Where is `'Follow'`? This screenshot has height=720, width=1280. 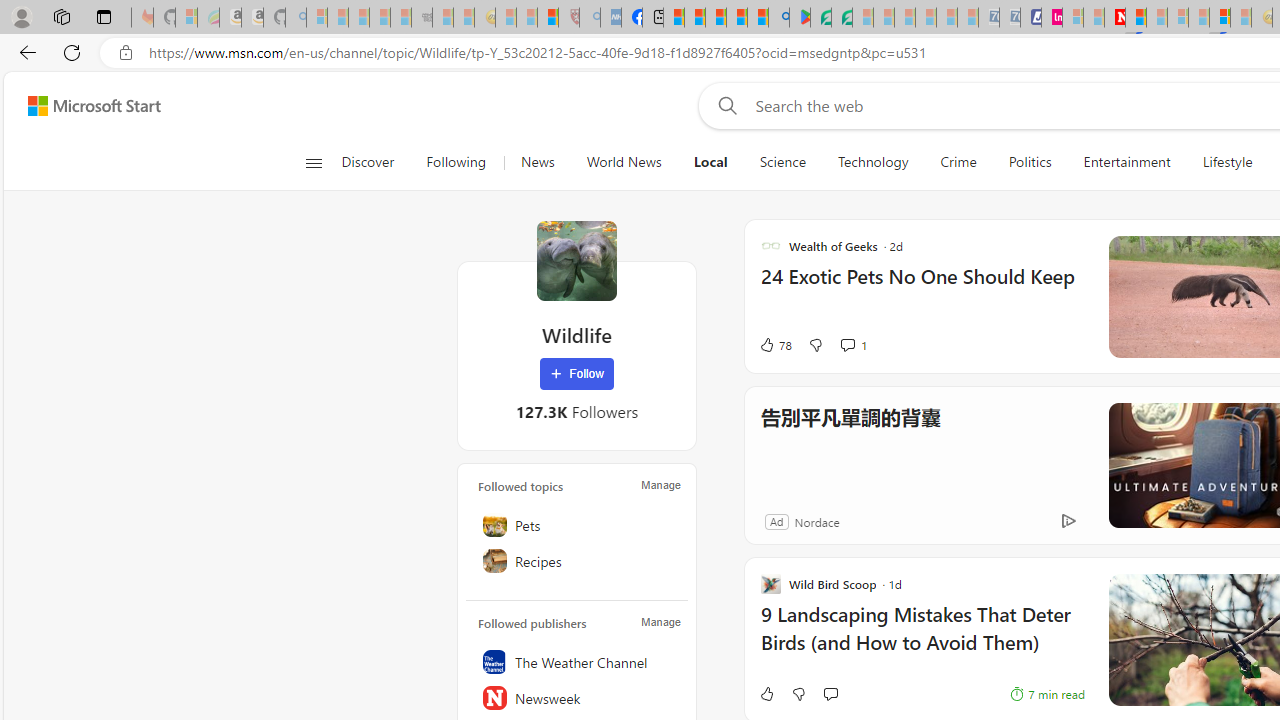
'Follow' is located at coordinates (576, 374).